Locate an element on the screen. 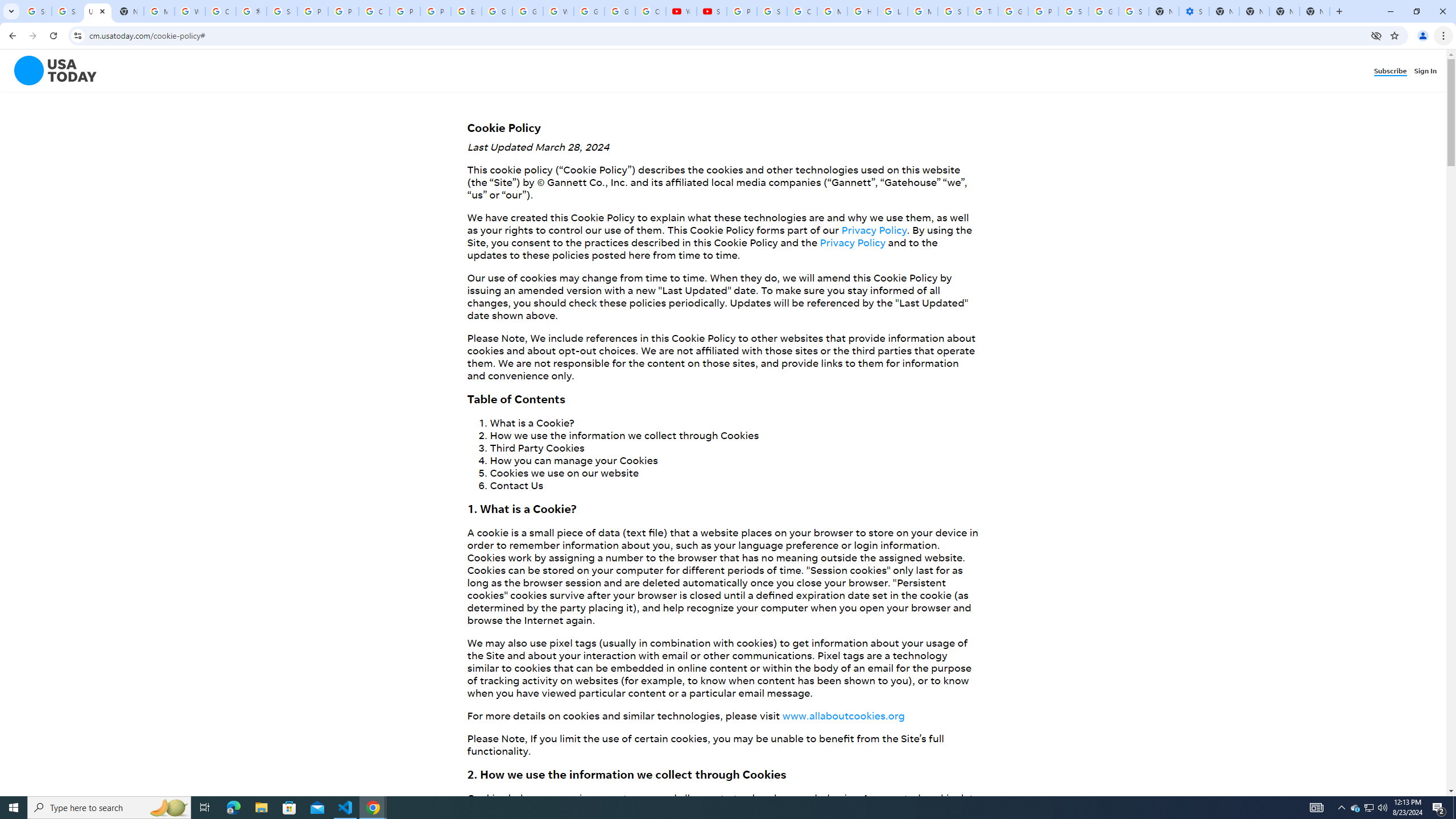  'Welcome to My Activity' is located at coordinates (559, 11).